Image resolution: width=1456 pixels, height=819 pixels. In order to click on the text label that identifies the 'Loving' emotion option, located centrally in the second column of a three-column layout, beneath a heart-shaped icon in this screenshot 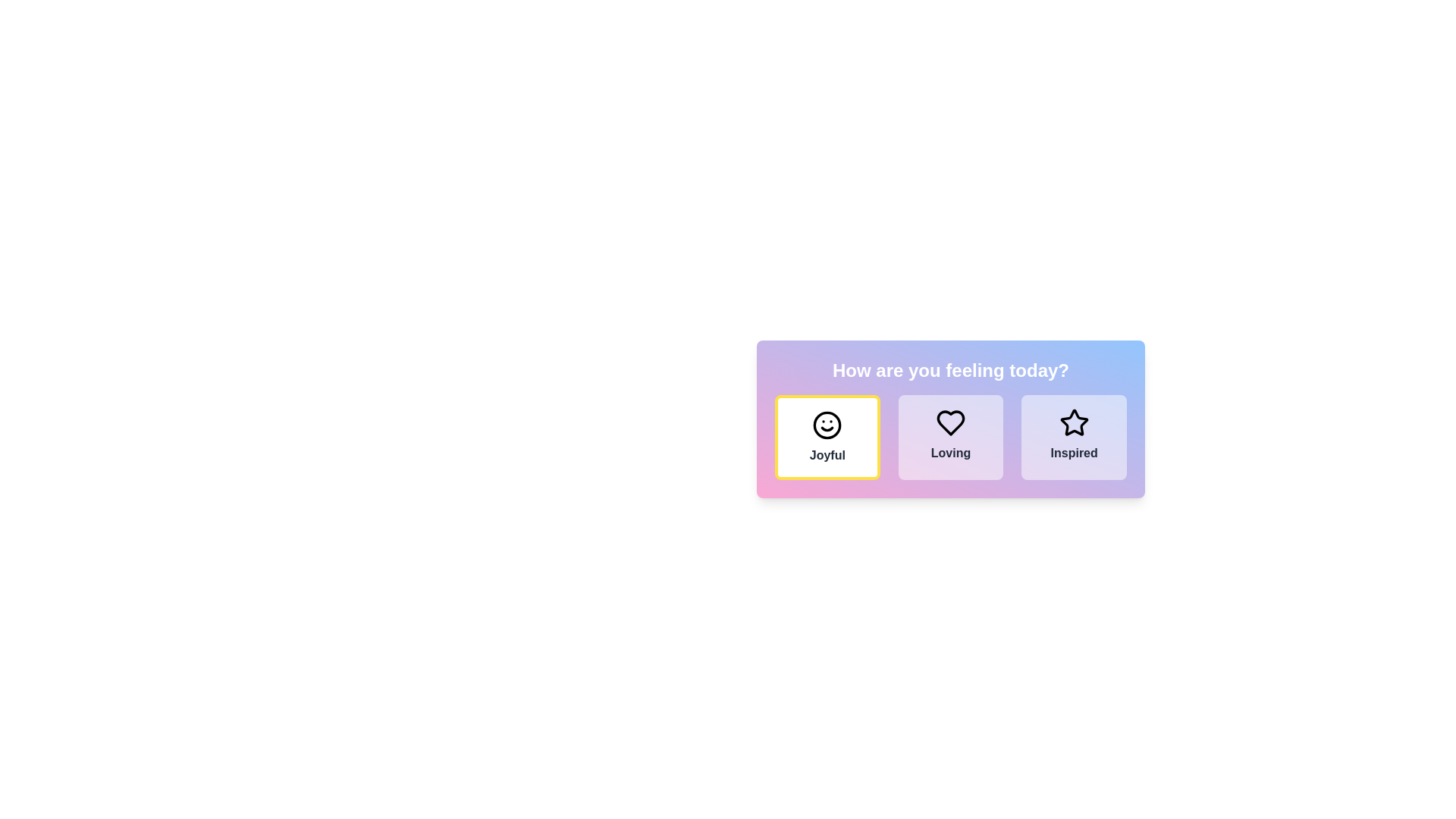, I will do `click(949, 452)`.